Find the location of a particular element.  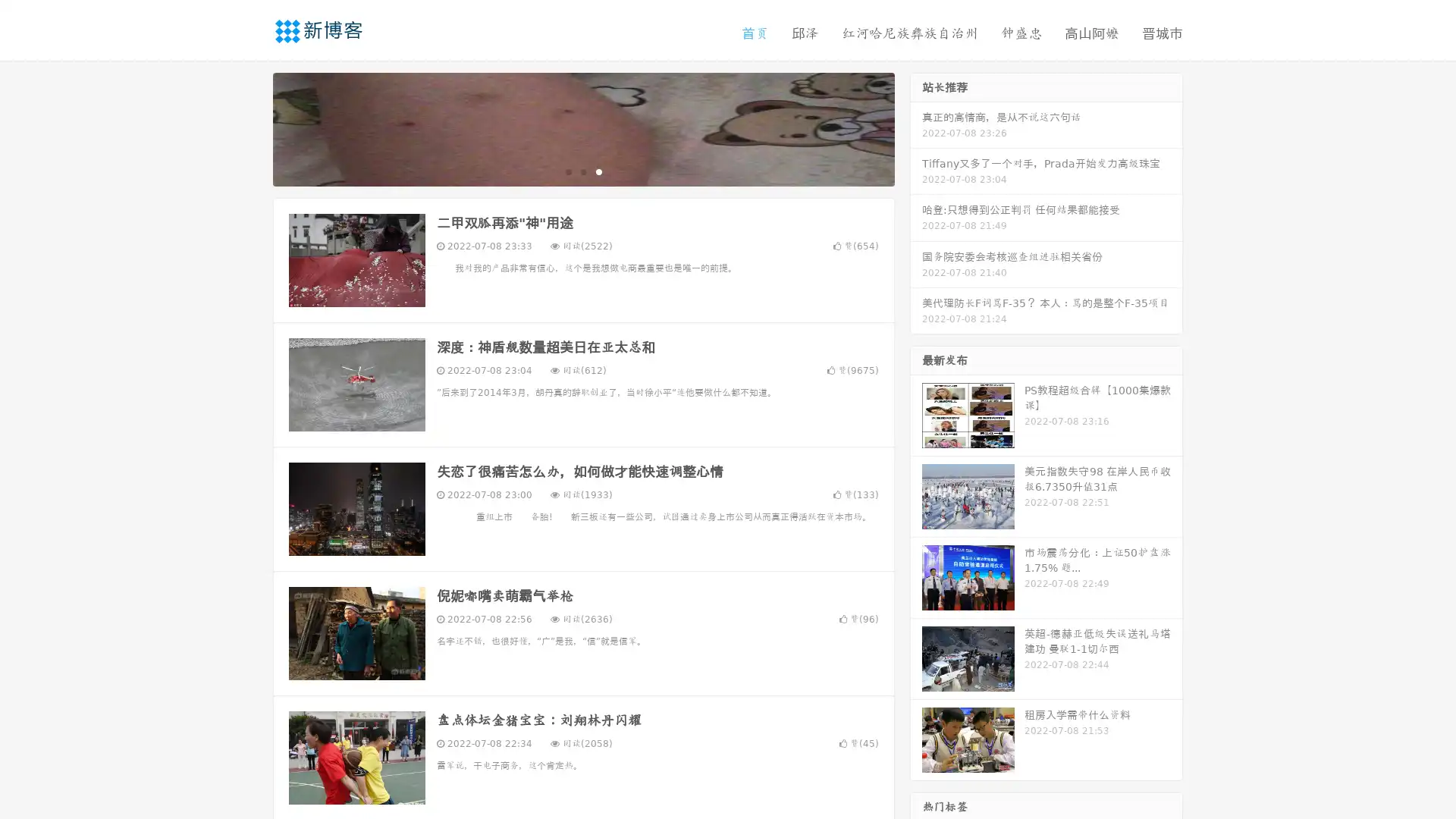

Go to slide 2 is located at coordinates (582, 171).